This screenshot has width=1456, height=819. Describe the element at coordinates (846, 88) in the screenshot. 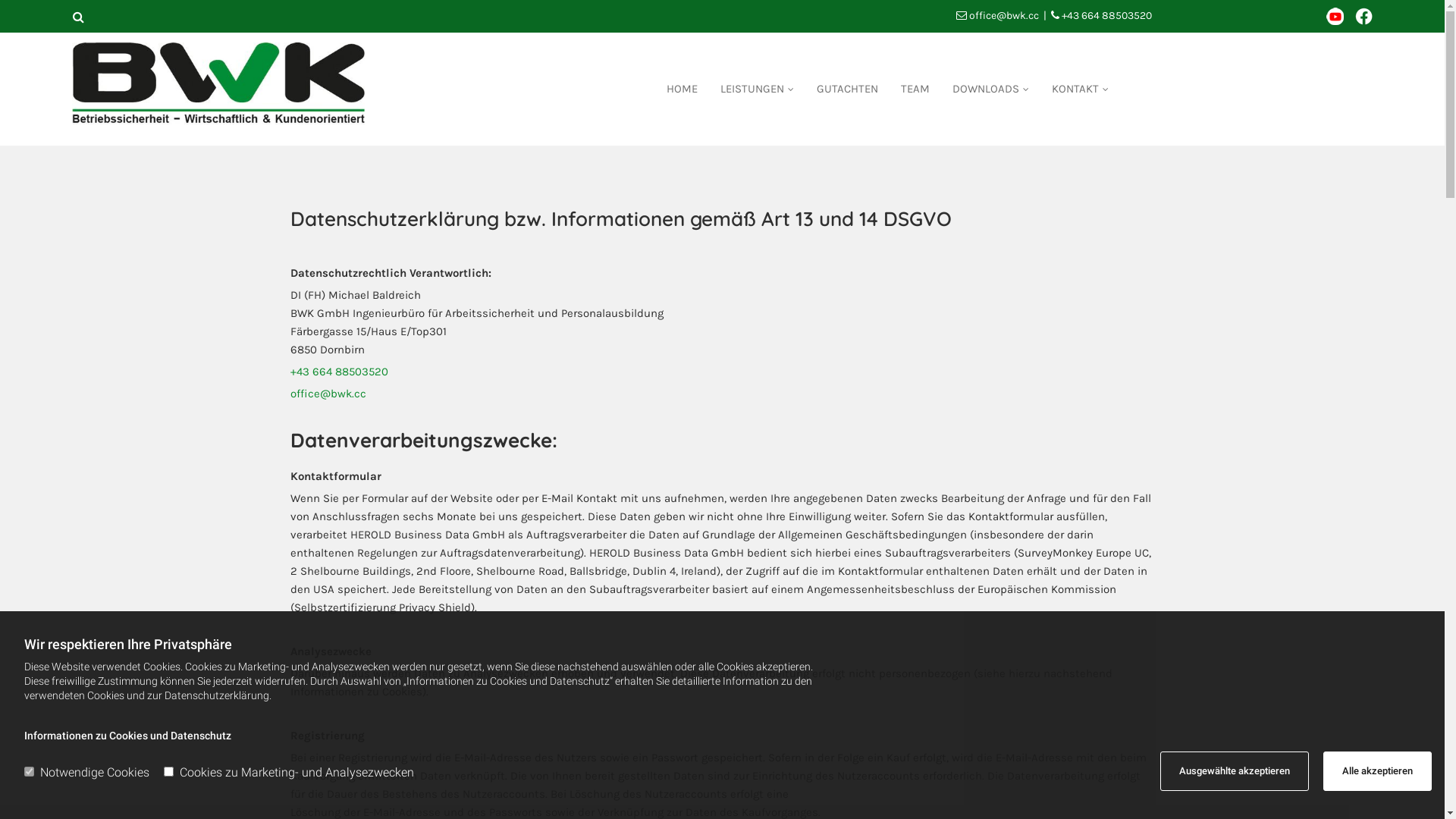

I see `'GUTACHTEN'` at that location.